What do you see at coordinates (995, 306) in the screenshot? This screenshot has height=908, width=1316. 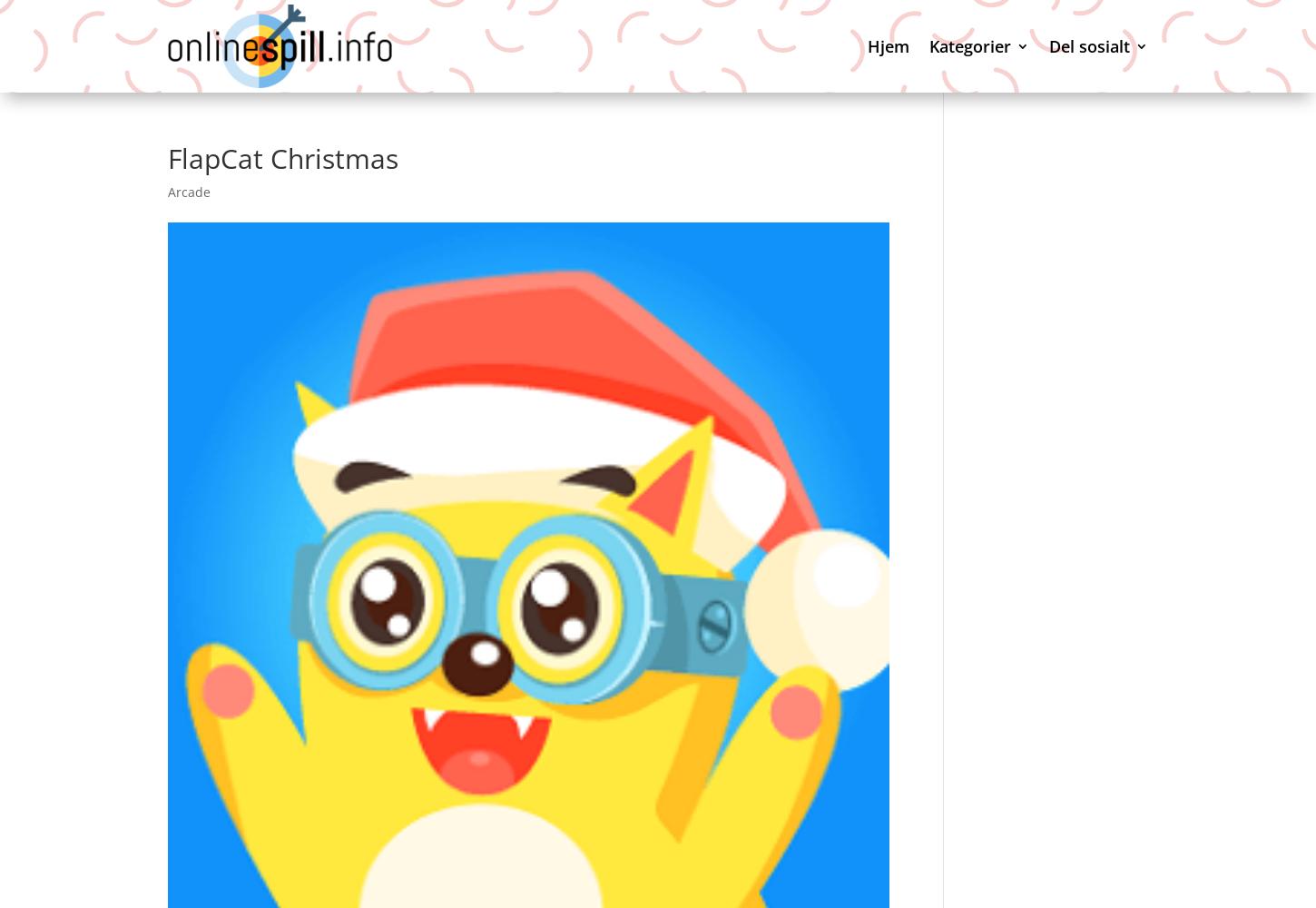 I see `'Customize'` at bounding box center [995, 306].